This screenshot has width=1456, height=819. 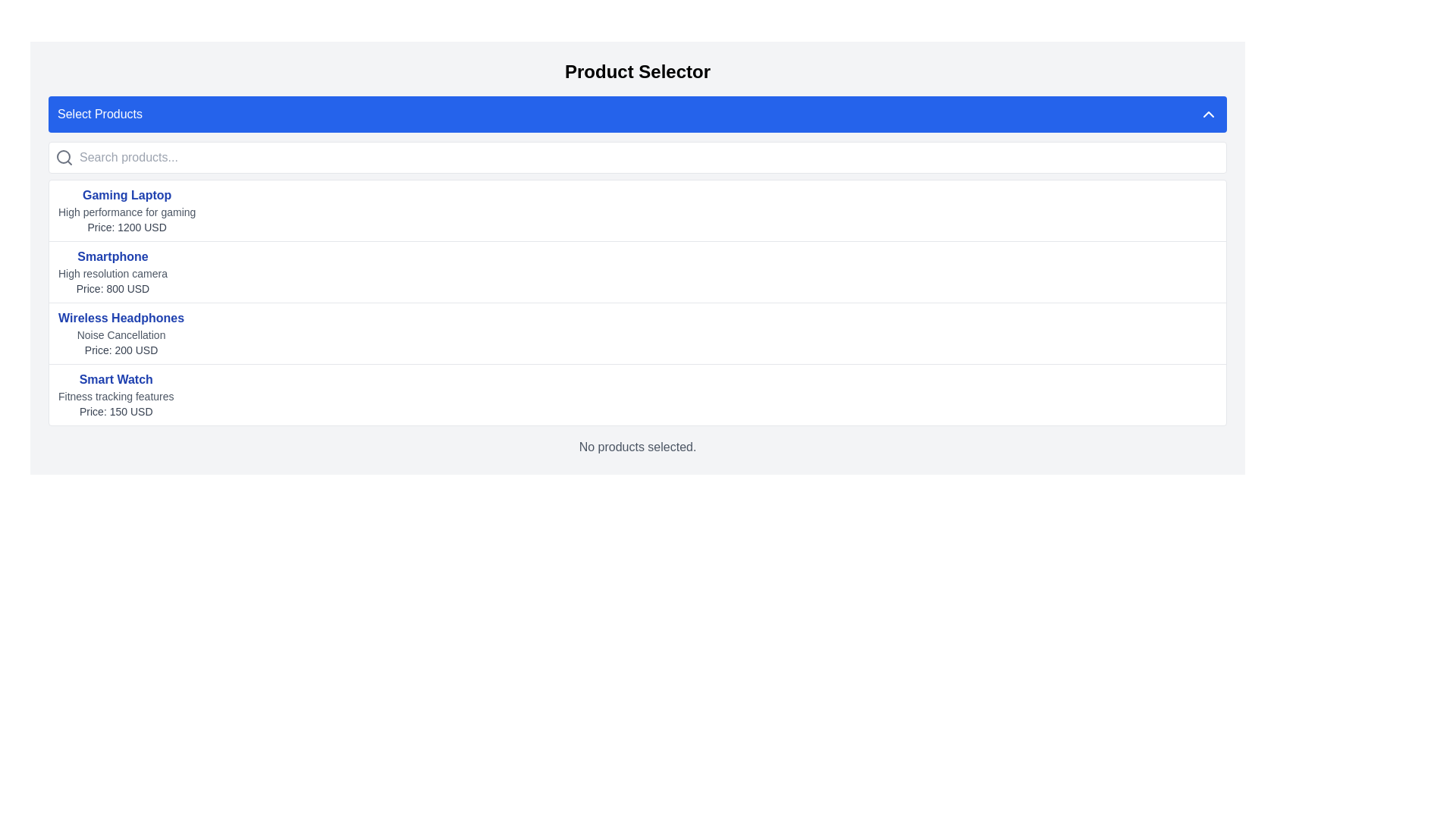 What do you see at coordinates (127, 210) in the screenshot?
I see `the first product listing item for 'Gaming Laptop' in the 'Select Products' section, located below the search bar` at bounding box center [127, 210].